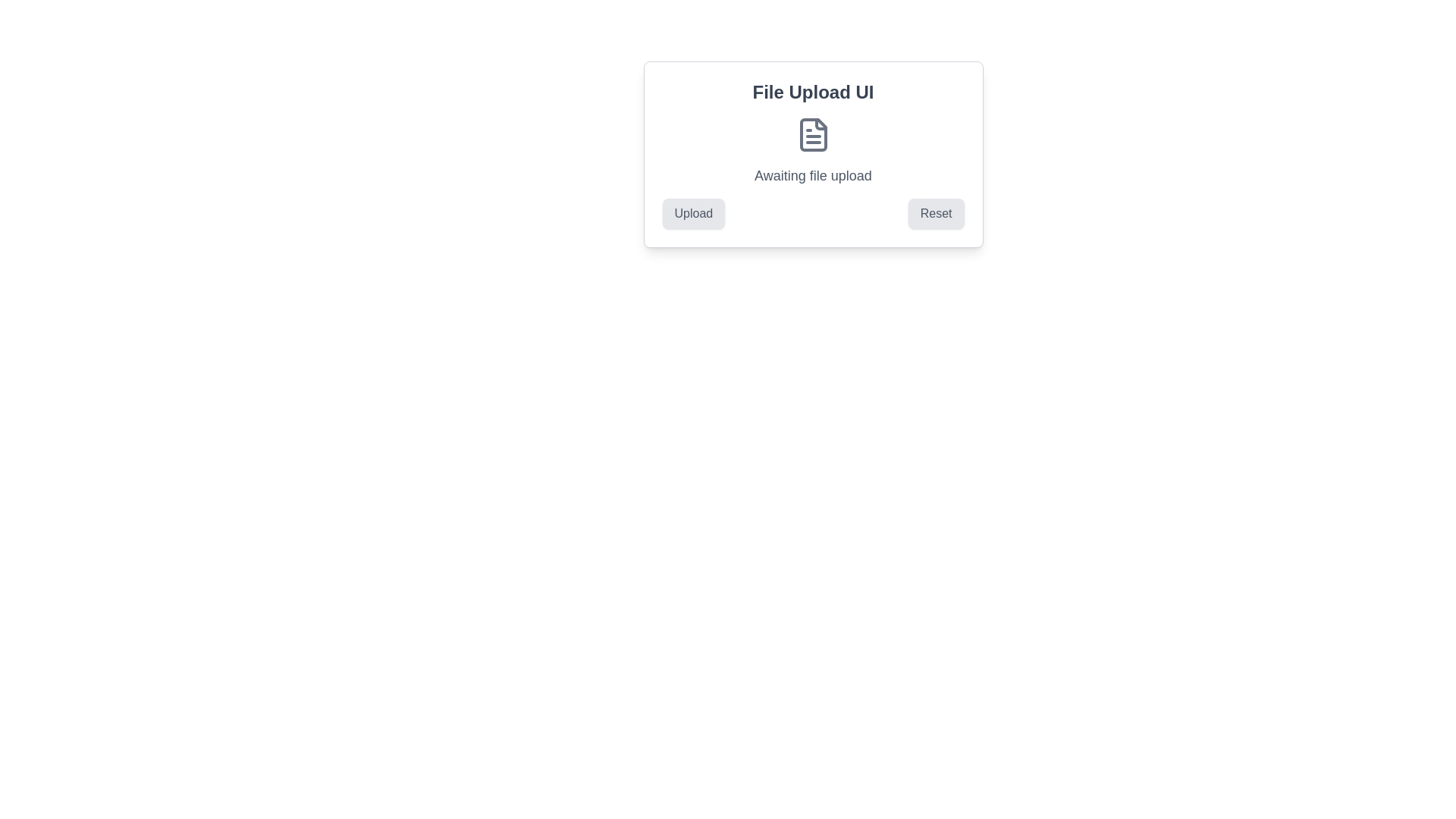 The image size is (1456, 819). What do you see at coordinates (812, 133) in the screenshot?
I see `the document icon in the file upload interface, which is centrally located under the 'File Upload UI' header and above the 'Awaiting file upload' text` at bounding box center [812, 133].